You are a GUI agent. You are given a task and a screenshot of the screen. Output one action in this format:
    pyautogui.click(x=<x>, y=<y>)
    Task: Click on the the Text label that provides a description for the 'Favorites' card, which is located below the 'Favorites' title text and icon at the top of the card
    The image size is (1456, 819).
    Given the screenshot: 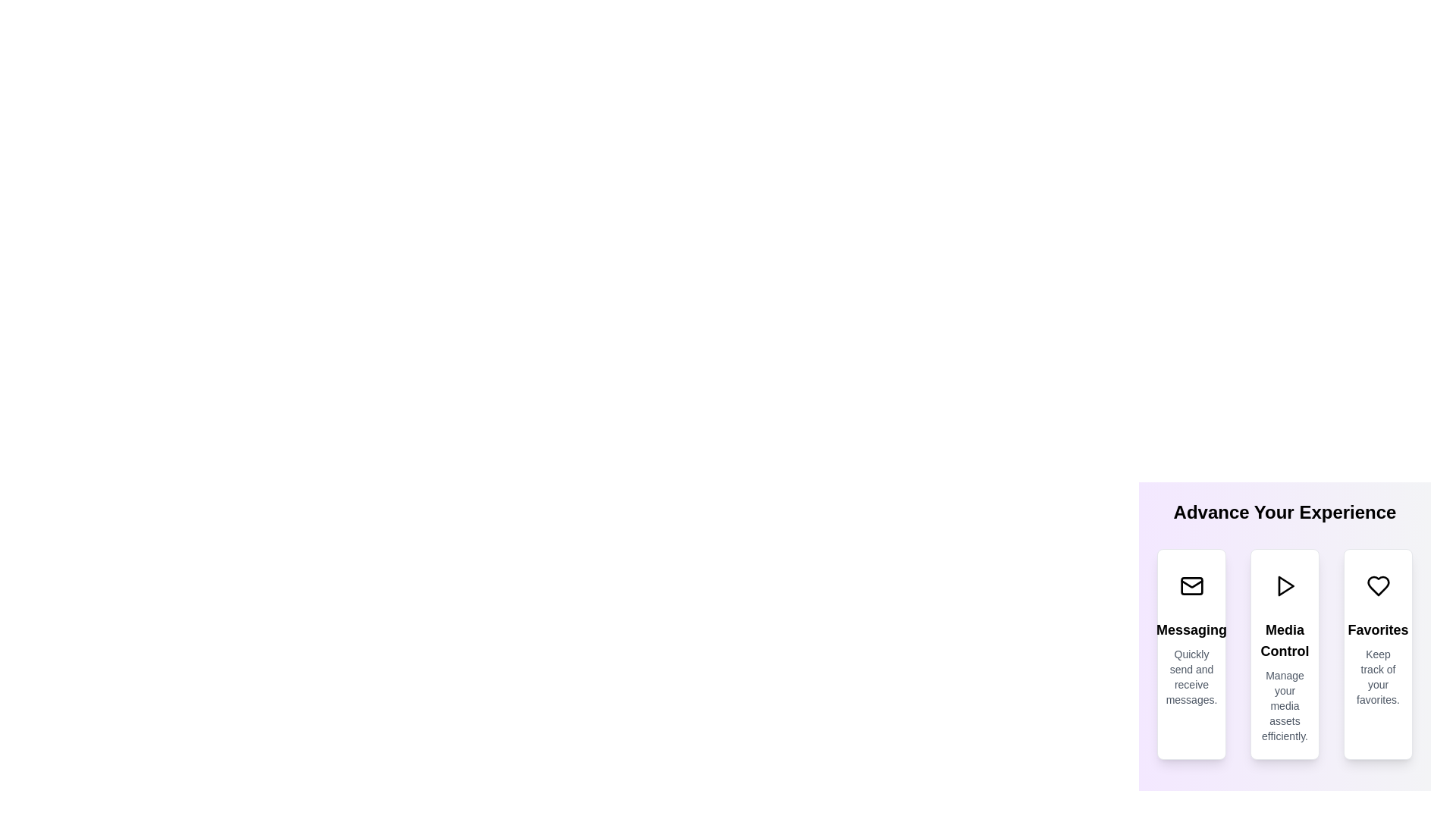 What is the action you would take?
    pyautogui.click(x=1378, y=676)
    